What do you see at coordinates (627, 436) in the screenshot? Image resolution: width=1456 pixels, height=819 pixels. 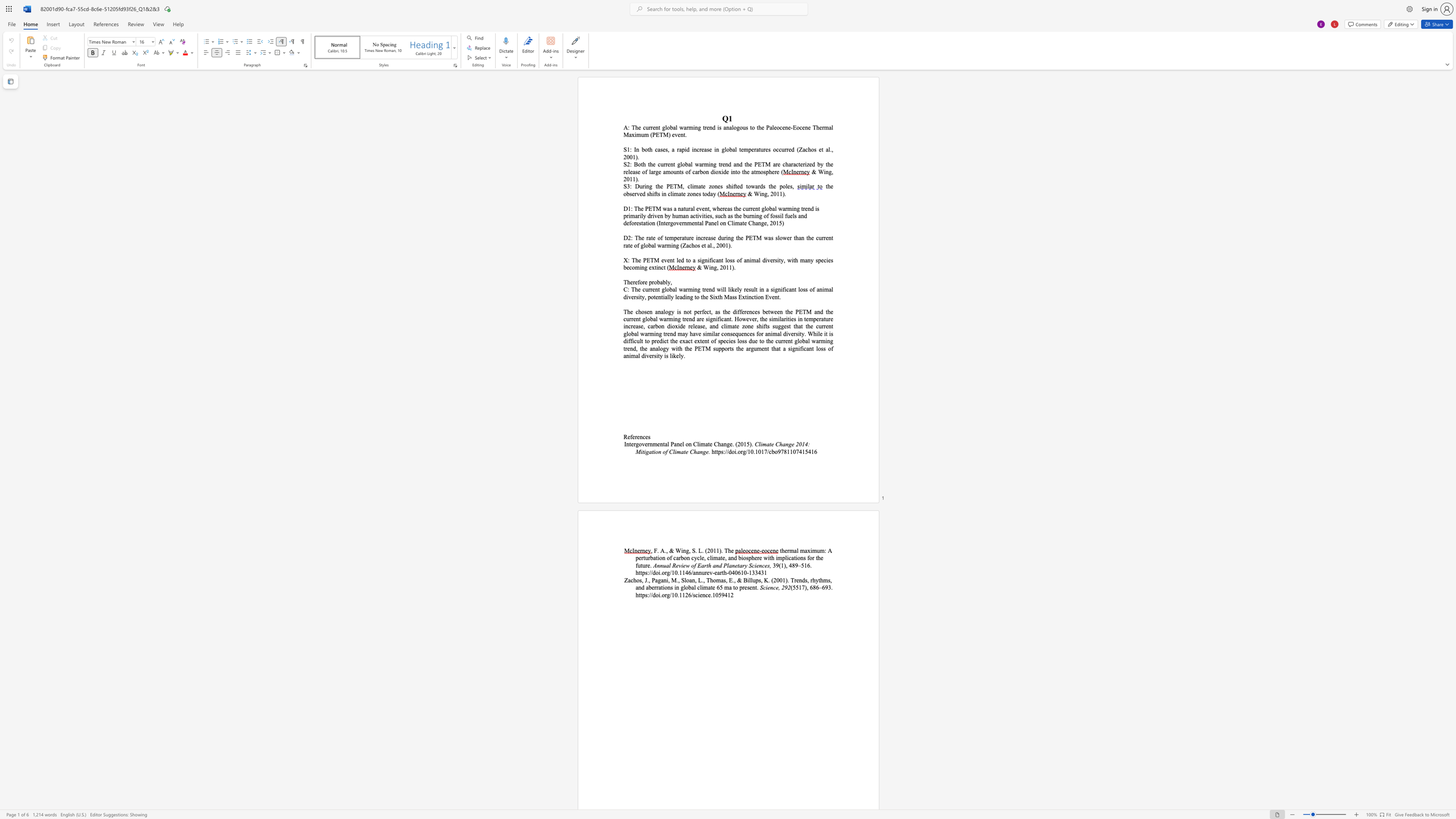 I see `the subset text "eferenc" within the text "References"` at bounding box center [627, 436].